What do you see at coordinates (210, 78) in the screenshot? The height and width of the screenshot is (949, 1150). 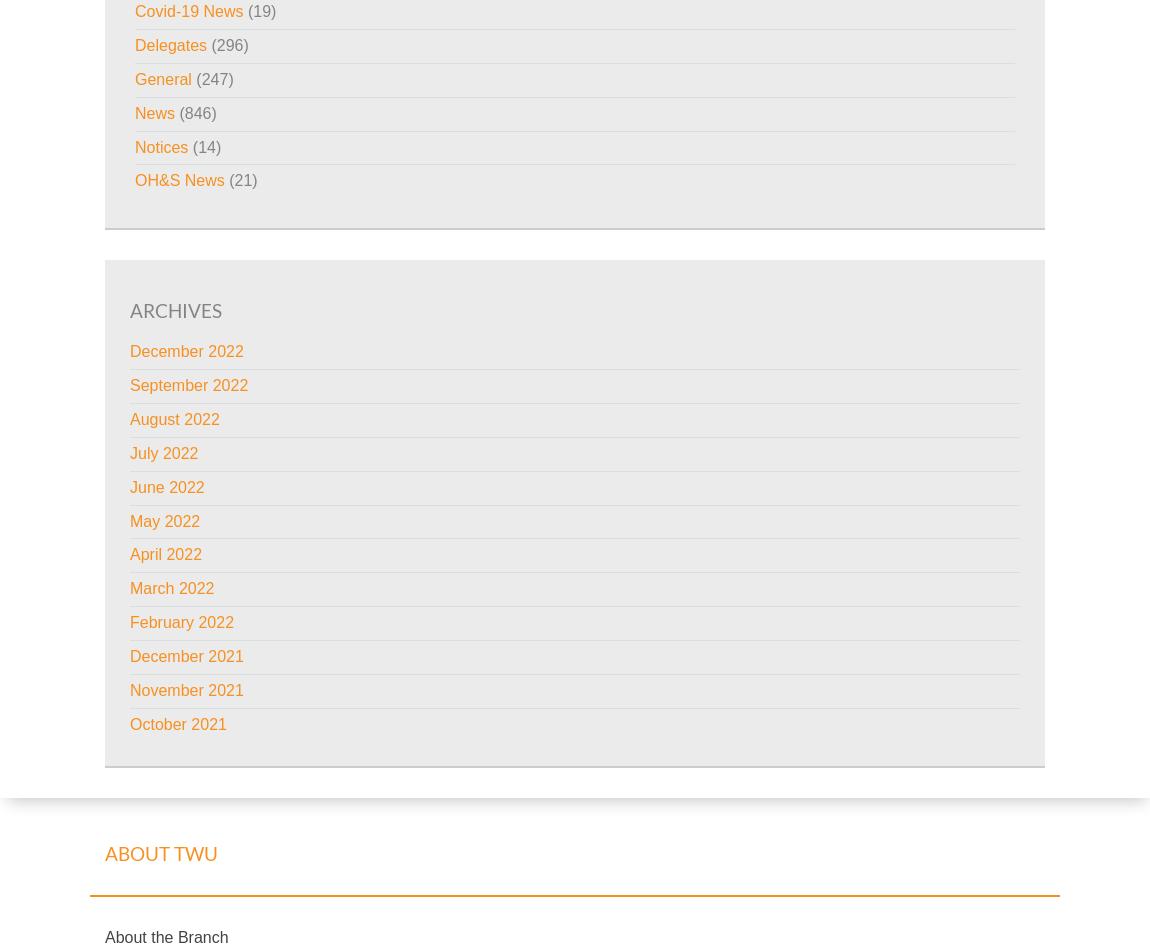 I see `'(247)'` at bounding box center [210, 78].